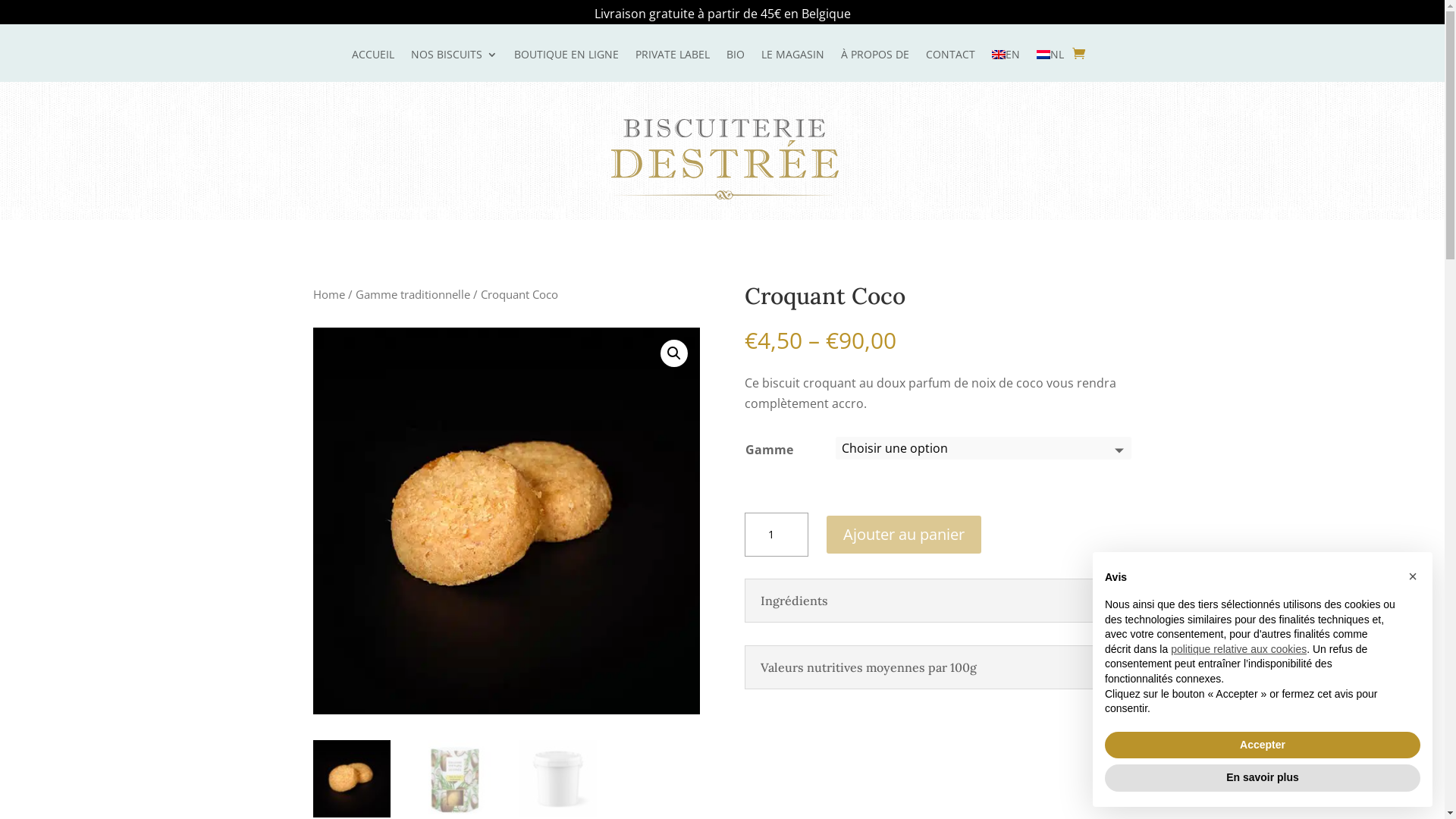  What do you see at coordinates (1238, 648) in the screenshot?
I see `'politique relative aux cookies'` at bounding box center [1238, 648].